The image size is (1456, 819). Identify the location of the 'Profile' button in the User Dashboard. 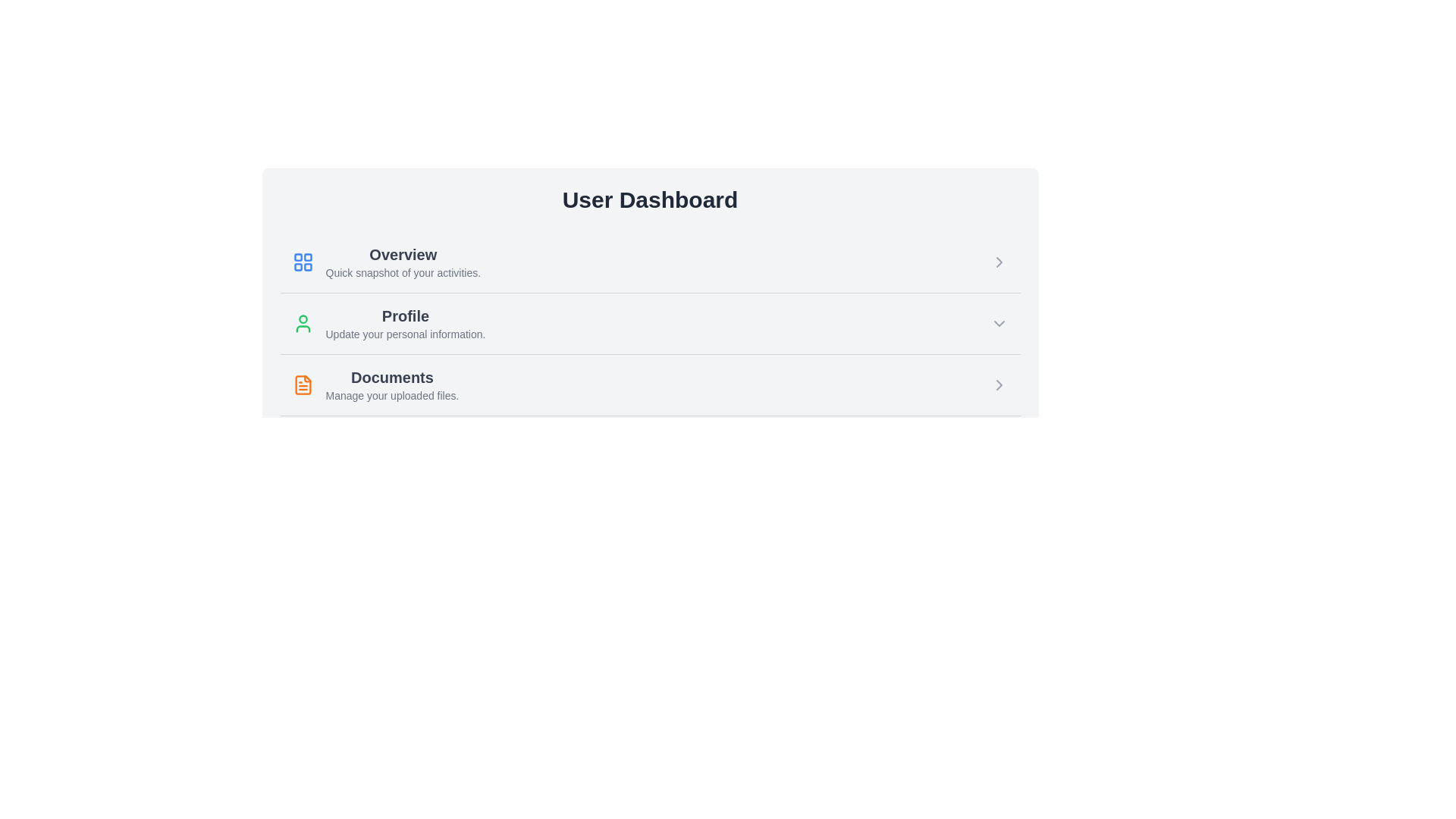
(650, 322).